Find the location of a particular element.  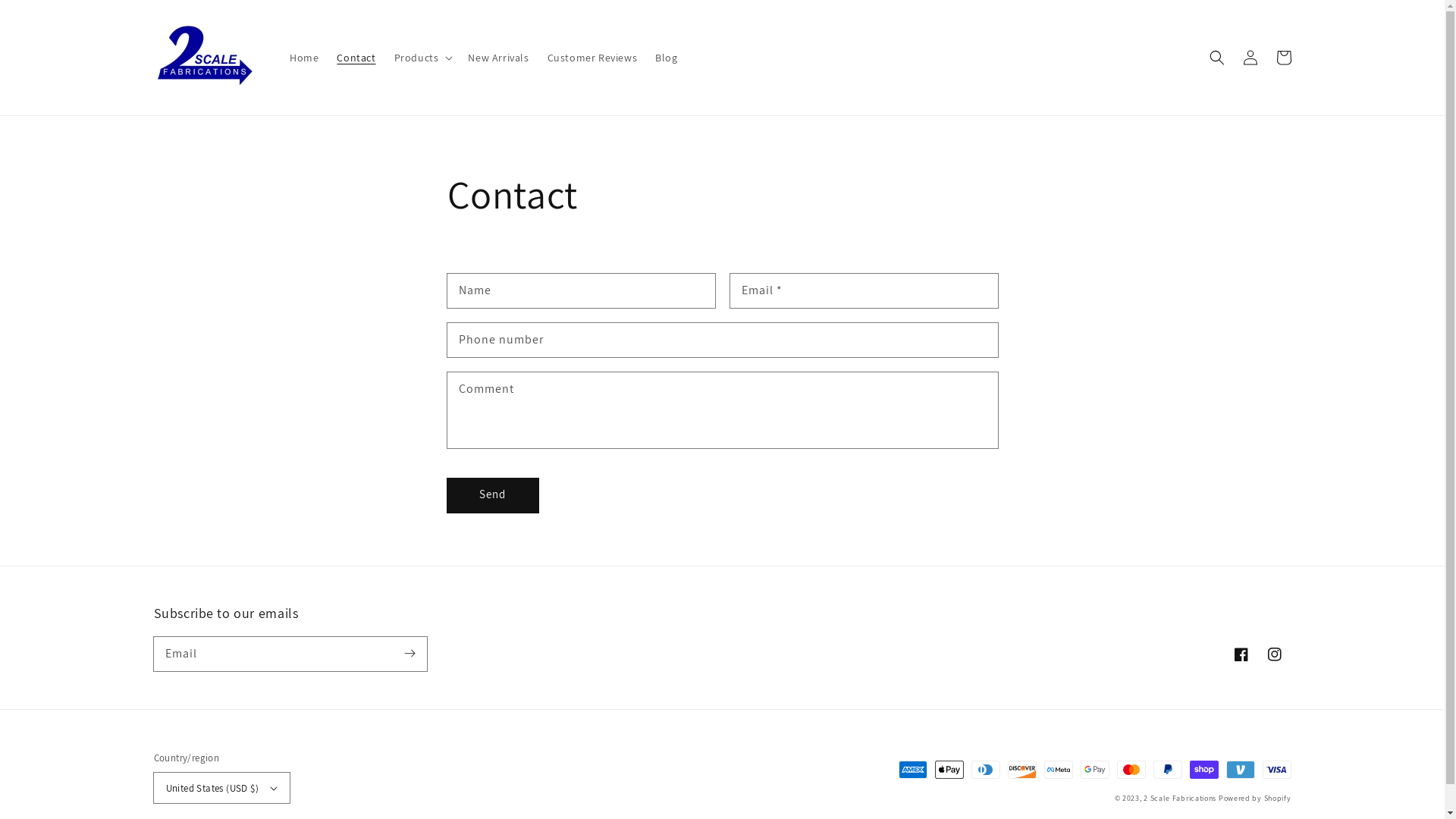

'Cart' is located at coordinates (1282, 57).